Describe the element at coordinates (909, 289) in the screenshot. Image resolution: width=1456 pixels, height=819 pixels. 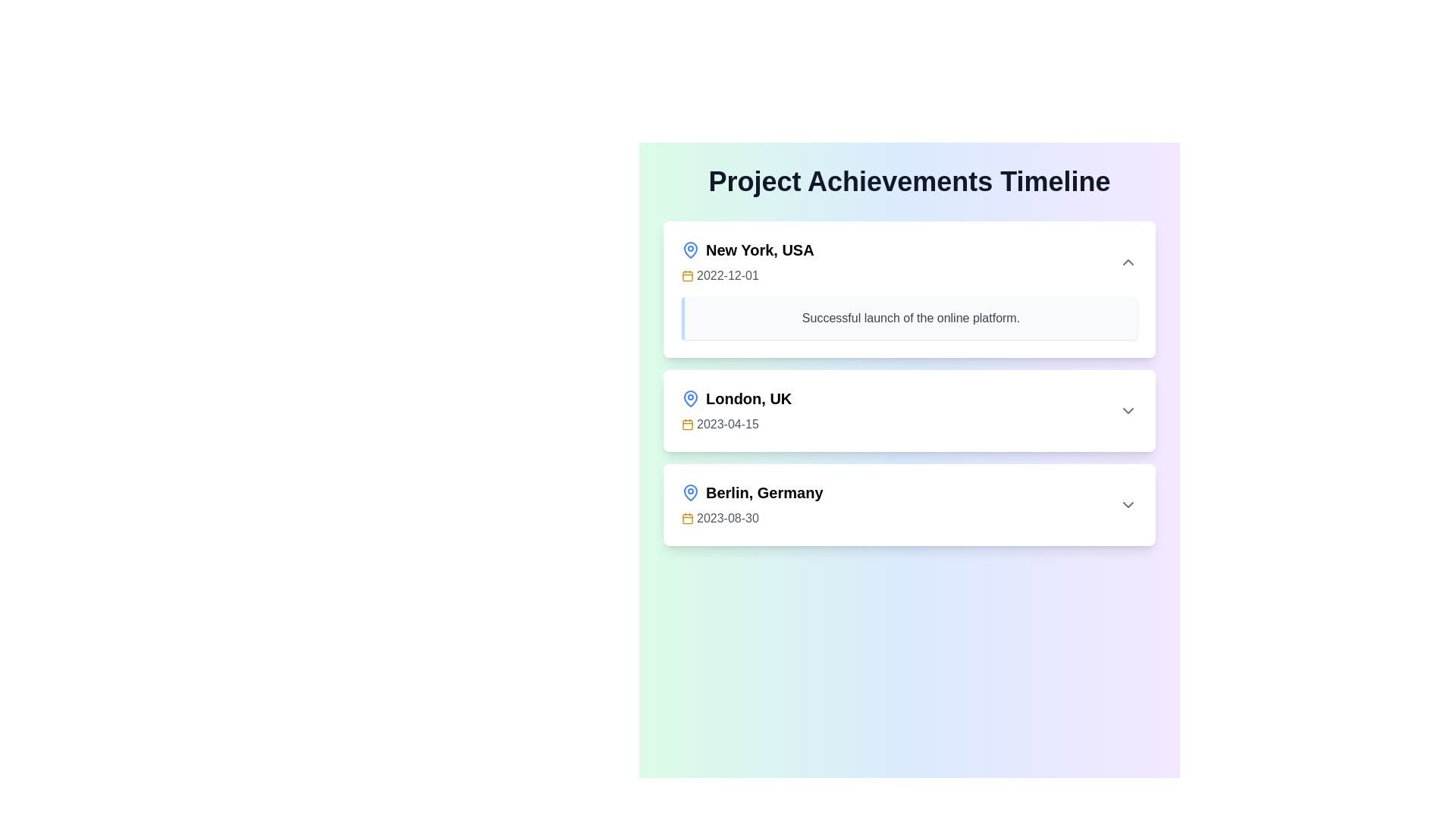
I see `the first Event card in the vertical timeline list` at that location.